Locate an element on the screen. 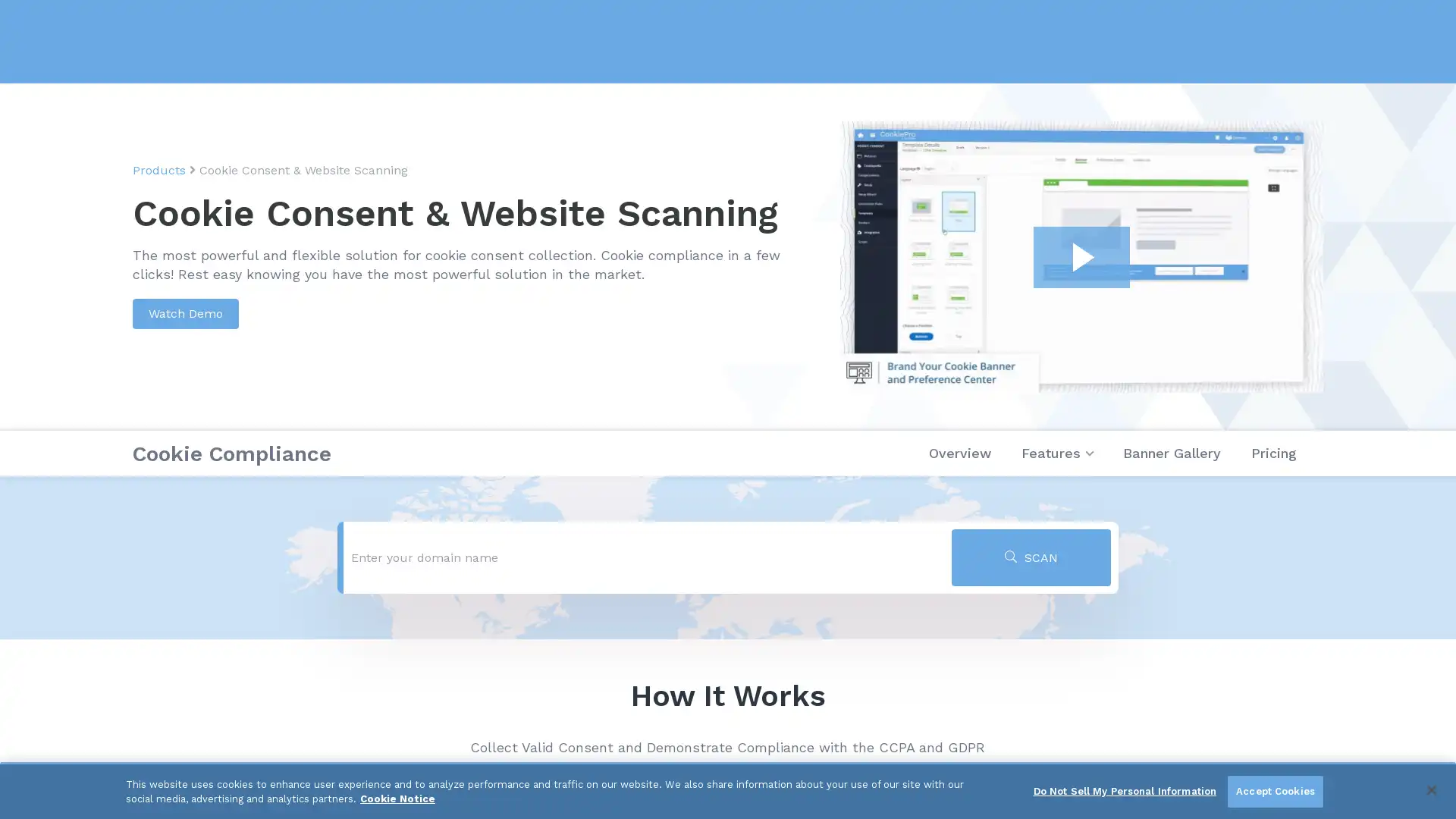 This screenshot has width=1456, height=819. Do Not Sell My Personal Information is located at coordinates (1125, 791).